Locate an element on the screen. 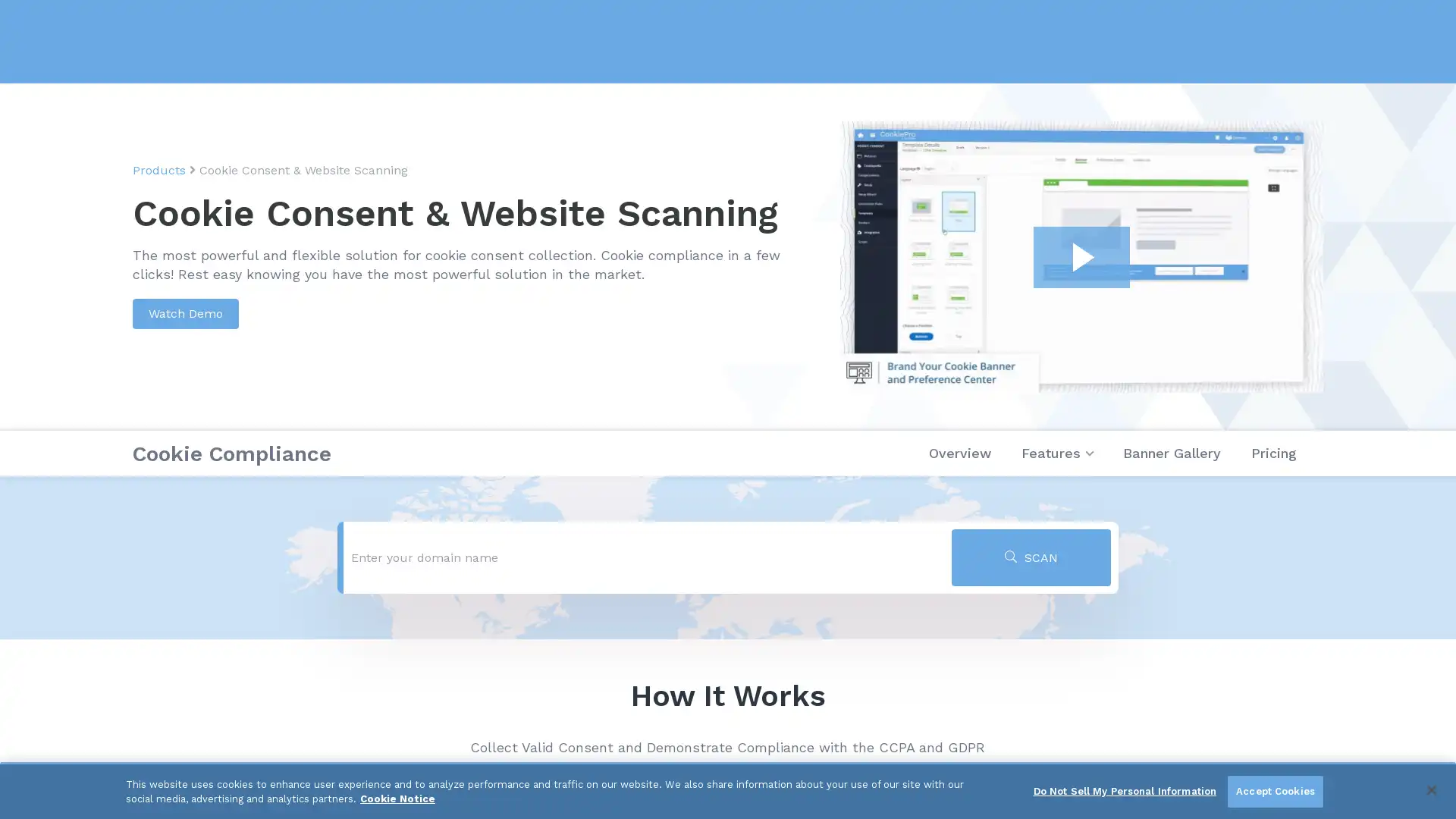 This screenshot has width=1456, height=819. Do Not Sell My Personal Information is located at coordinates (1125, 791).